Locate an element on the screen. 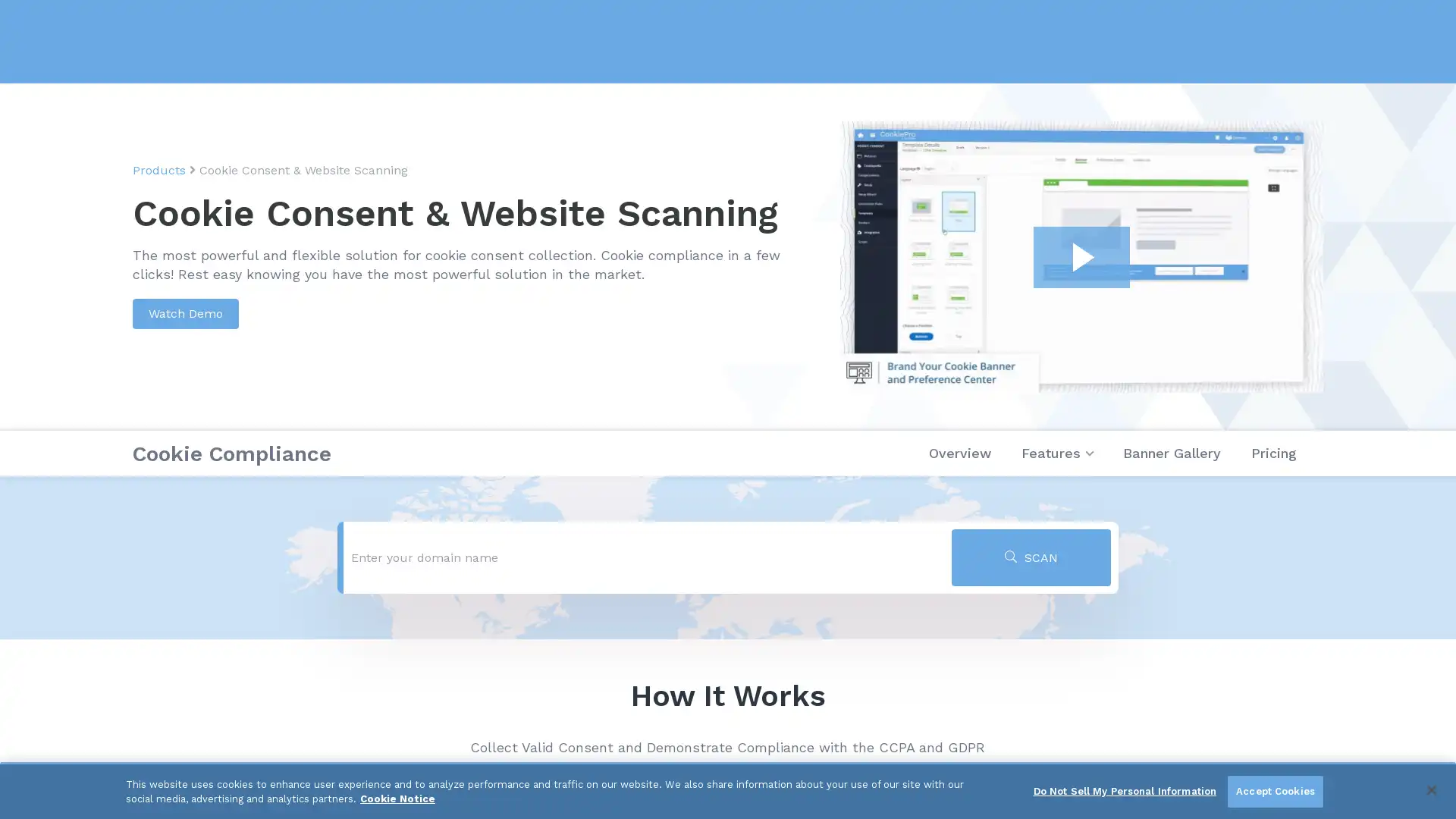 This screenshot has width=1456, height=819. Do Not Sell My Personal Information is located at coordinates (1125, 791).